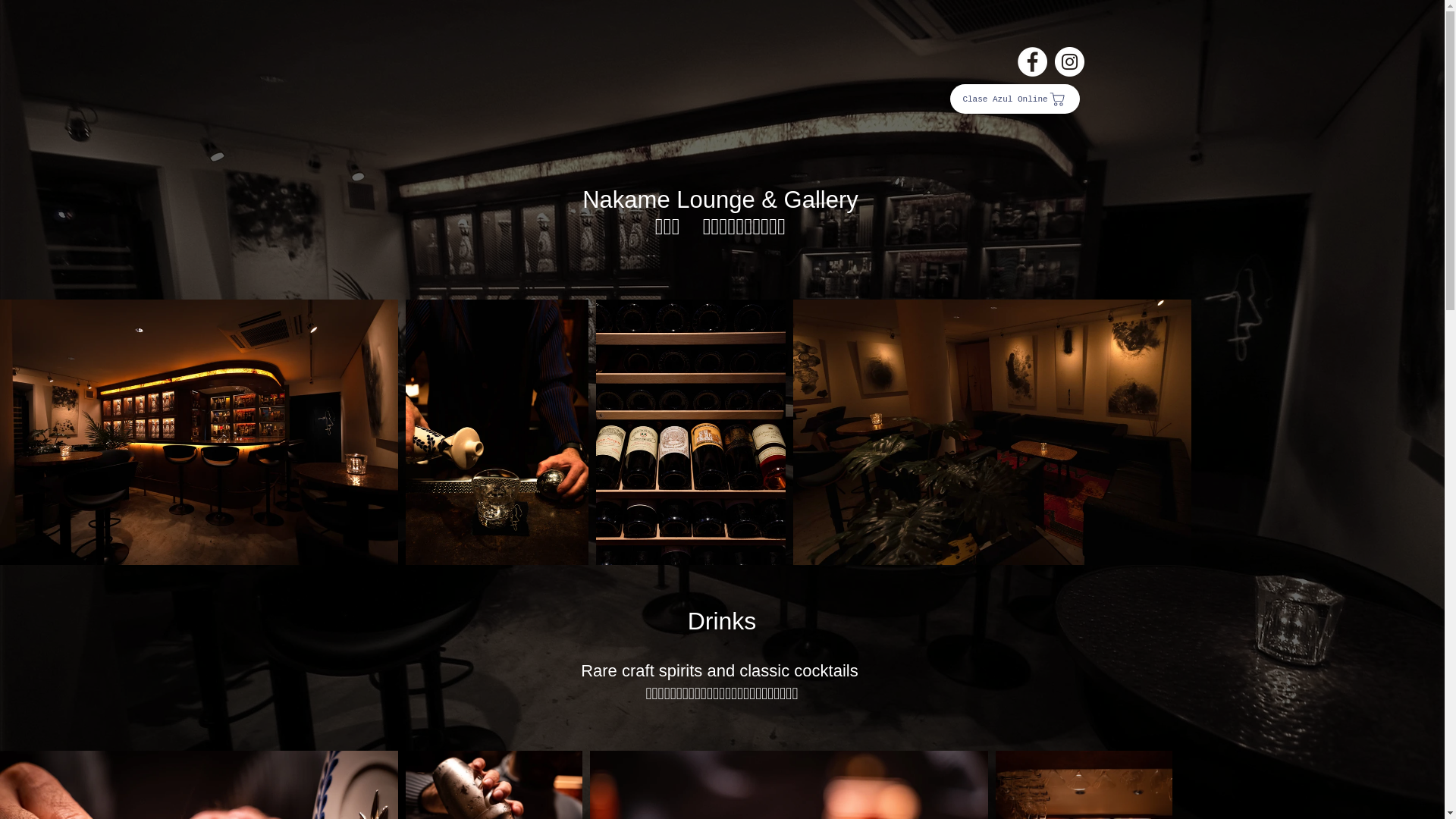 The height and width of the screenshot is (819, 1456). What do you see at coordinates (1014, 99) in the screenshot?
I see `'Clase Azul Online'` at bounding box center [1014, 99].